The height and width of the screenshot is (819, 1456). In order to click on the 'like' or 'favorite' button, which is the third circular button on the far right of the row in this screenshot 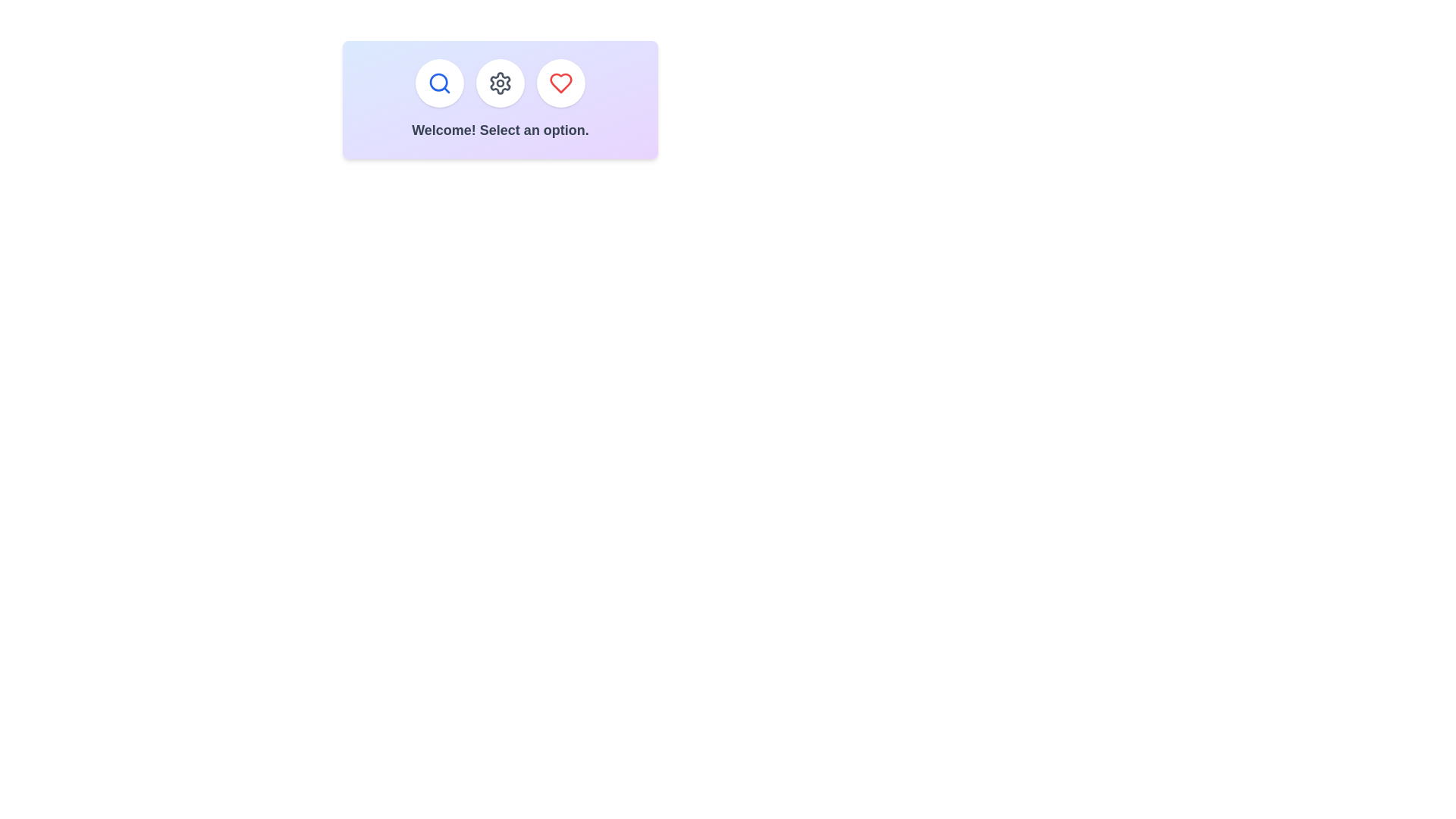, I will do `click(560, 83)`.